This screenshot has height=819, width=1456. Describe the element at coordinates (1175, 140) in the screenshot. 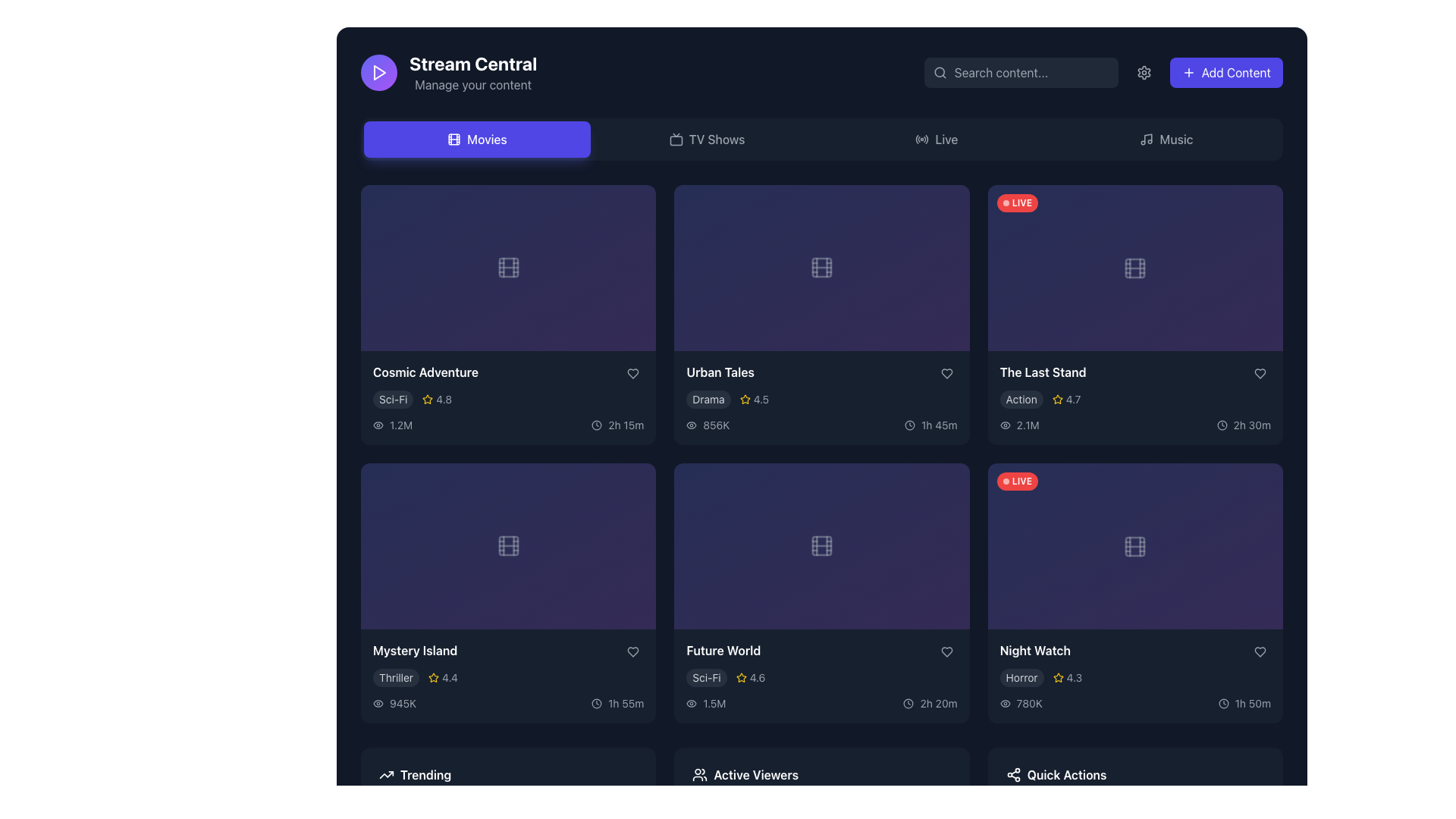

I see `on the 'Music' text label in the navigation bar, which is the rightmost text element displayed in a medium-weight font style with a grayish color against a dark background` at that location.